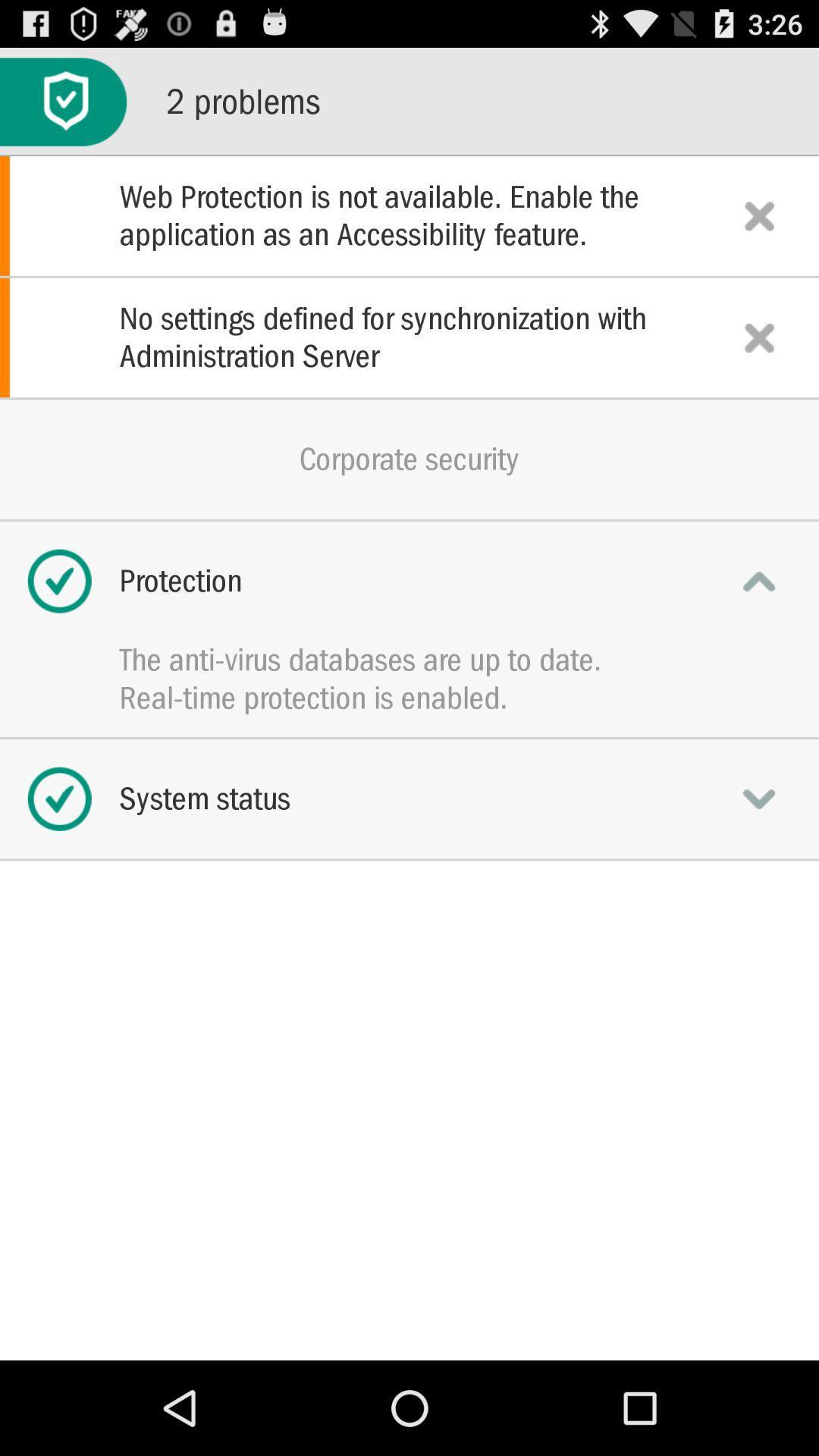 The image size is (819, 1456). Describe the element at coordinates (759, 580) in the screenshot. I see `hide status` at that location.